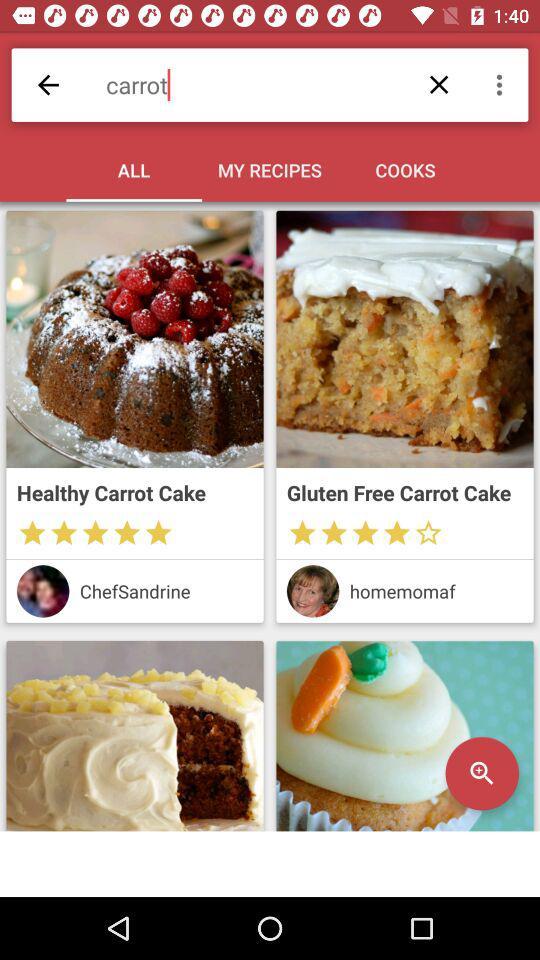  Describe the element at coordinates (405, 735) in the screenshot. I see `magnifier` at that location.